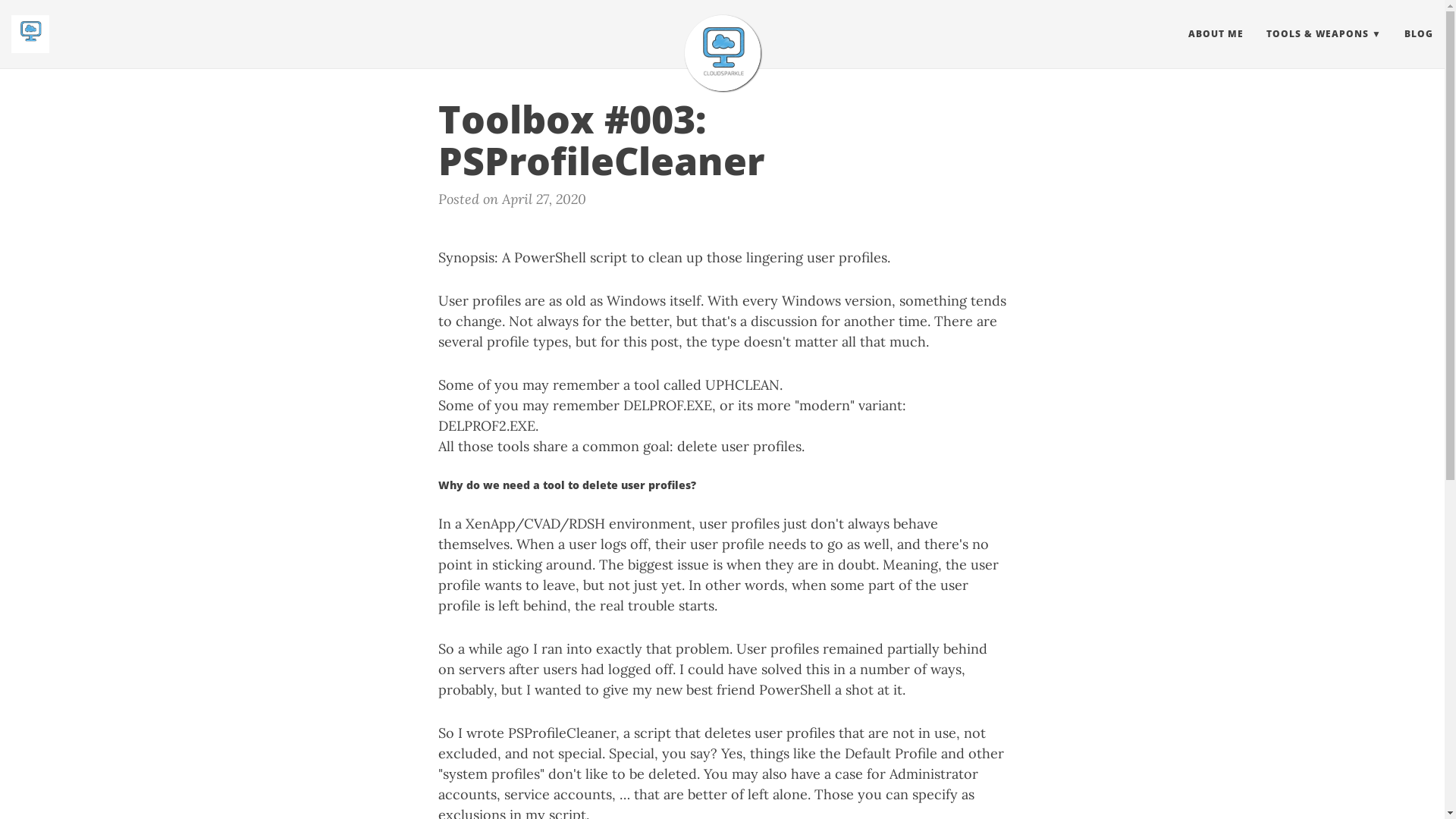 Image resolution: width=1456 pixels, height=819 pixels. Describe the element at coordinates (1216, 34) in the screenshot. I see `'ABOUT ME'` at that location.